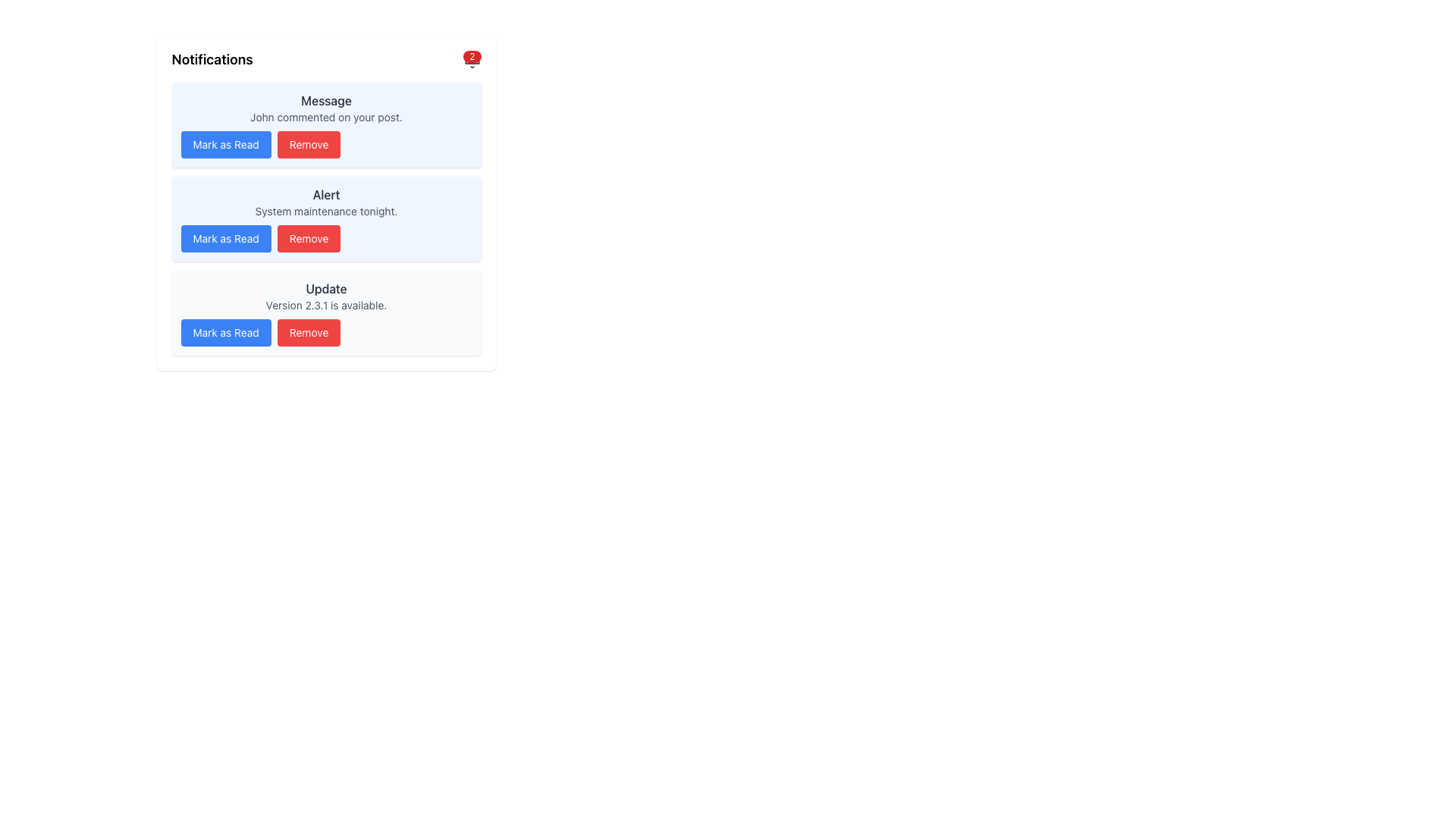 Image resolution: width=1456 pixels, height=819 pixels. What do you see at coordinates (325, 116) in the screenshot?
I see `the gray text label that says 'John commented on your post.' located below the bold text 'Message' in the first notification card` at bounding box center [325, 116].